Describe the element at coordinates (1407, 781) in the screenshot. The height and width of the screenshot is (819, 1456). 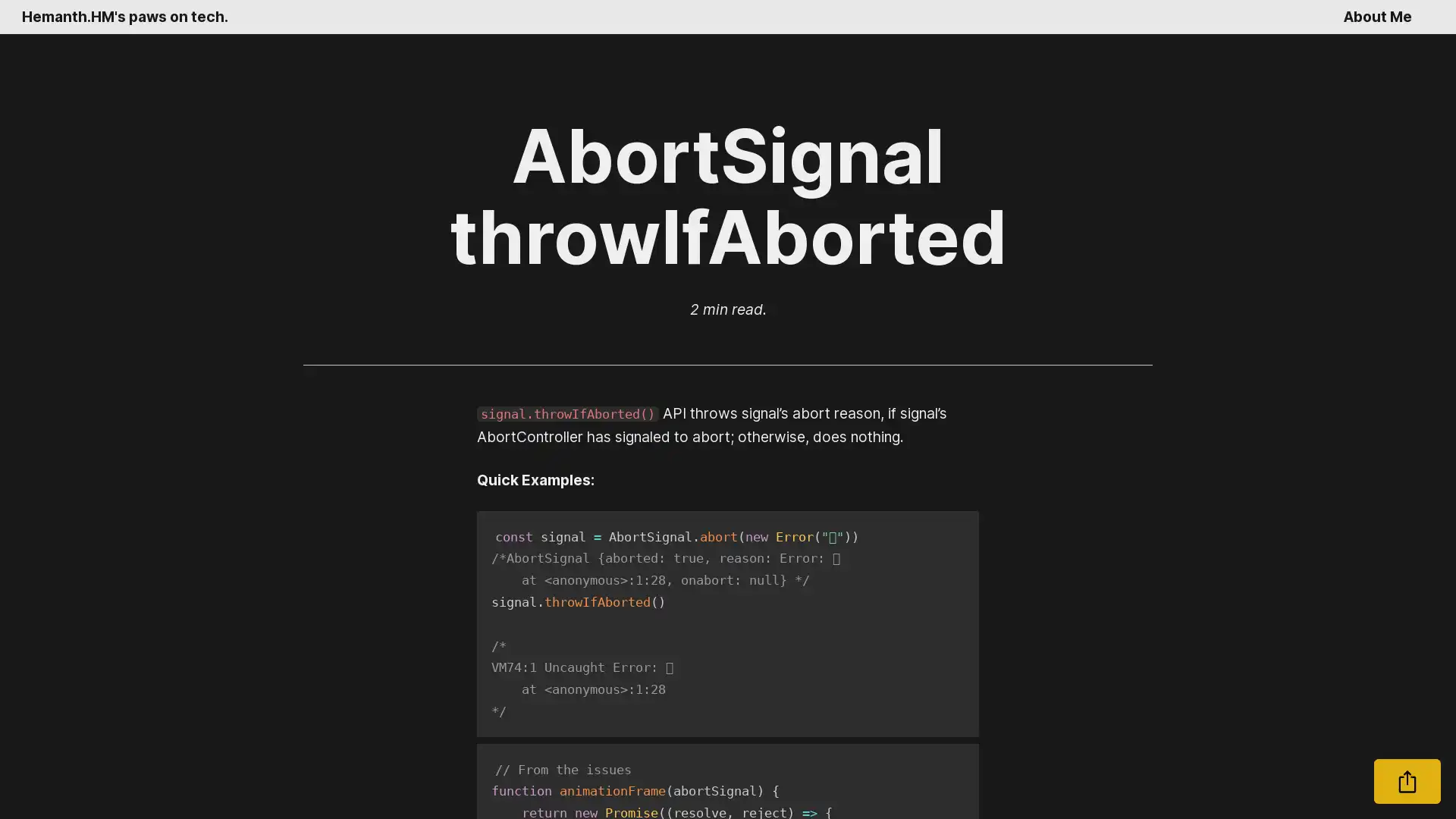
I see `Share` at that location.